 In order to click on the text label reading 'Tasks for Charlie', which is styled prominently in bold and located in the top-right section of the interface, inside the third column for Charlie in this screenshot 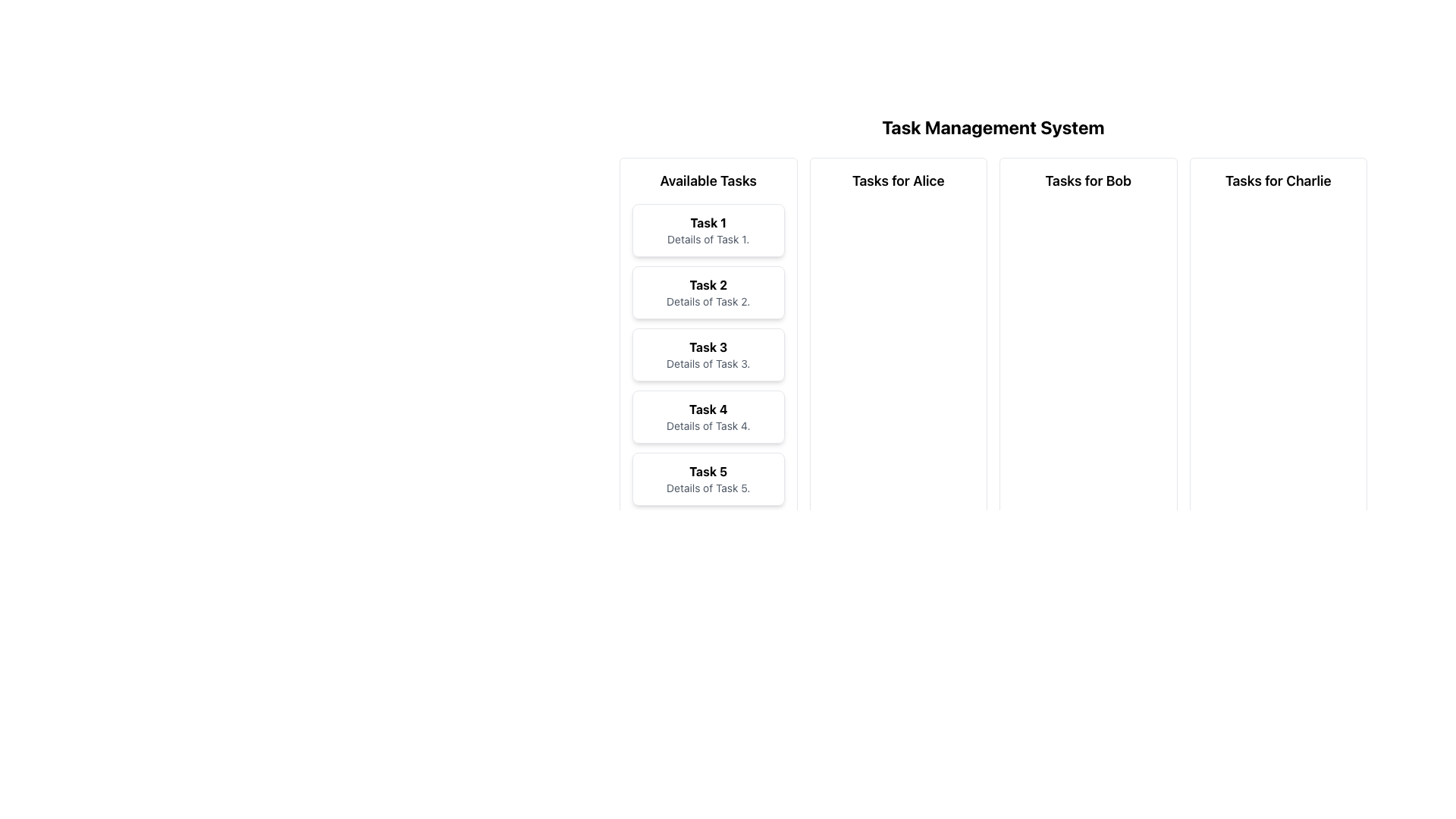, I will do `click(1277, 180)`.